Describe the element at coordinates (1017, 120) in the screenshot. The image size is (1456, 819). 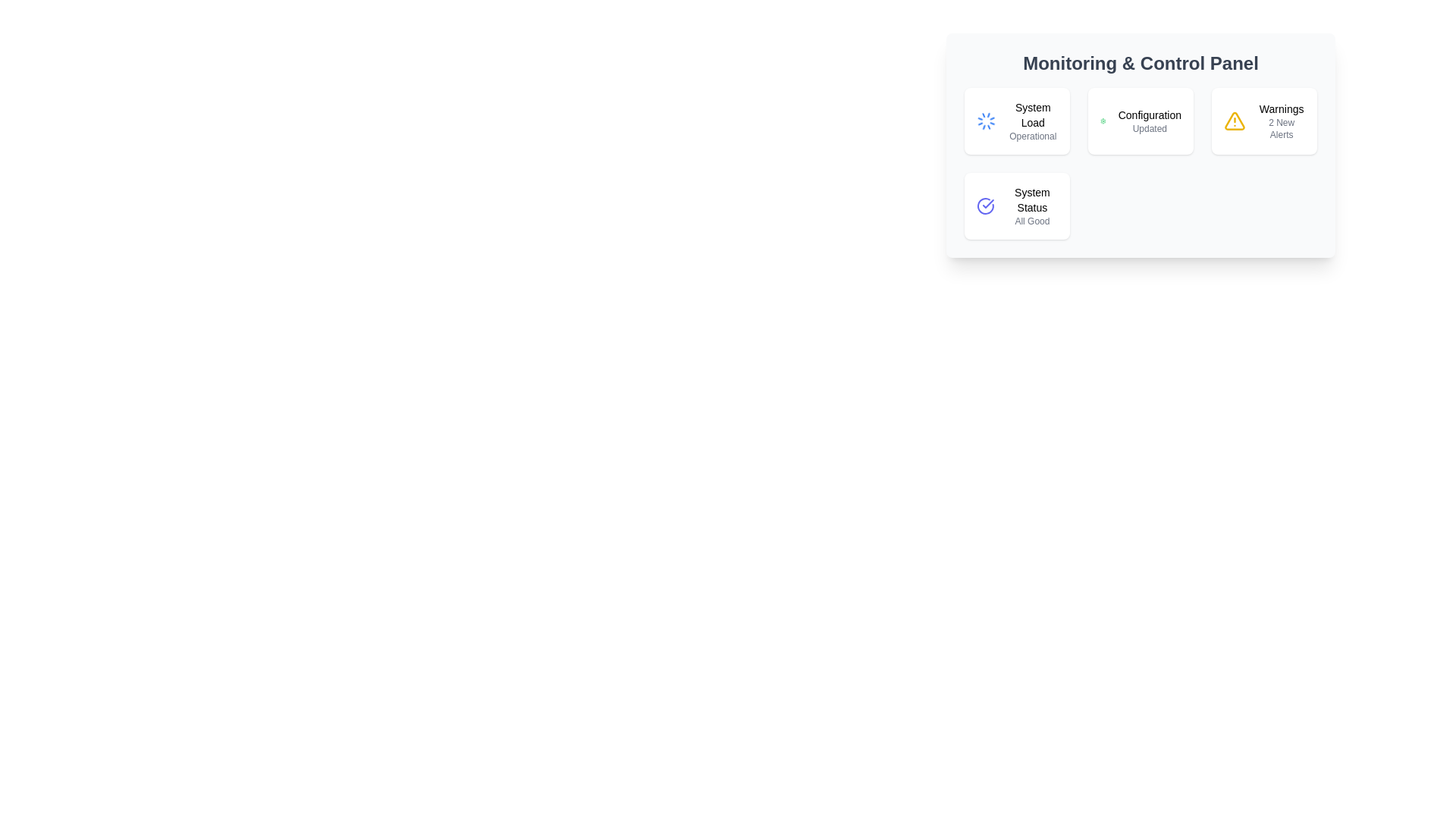
I see `the first rectangular Text and Icon Card in the grid layout located in the top-left corner of the 'Monitoring & Control Panel' section, which conveys real-time system load status information` at that location.